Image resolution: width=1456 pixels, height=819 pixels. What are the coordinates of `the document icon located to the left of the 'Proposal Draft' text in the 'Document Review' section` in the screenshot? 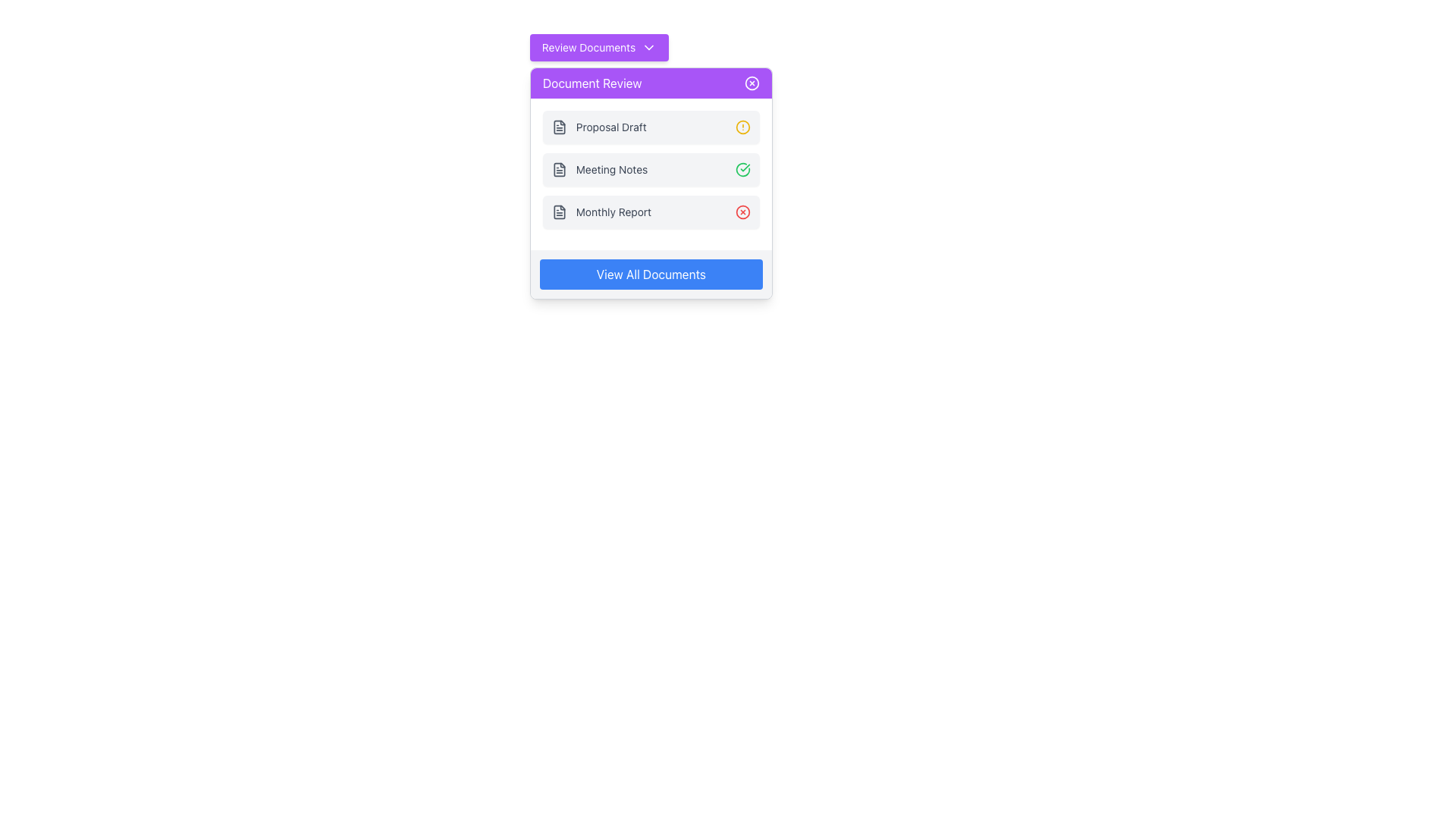 It's located at (558, 127).